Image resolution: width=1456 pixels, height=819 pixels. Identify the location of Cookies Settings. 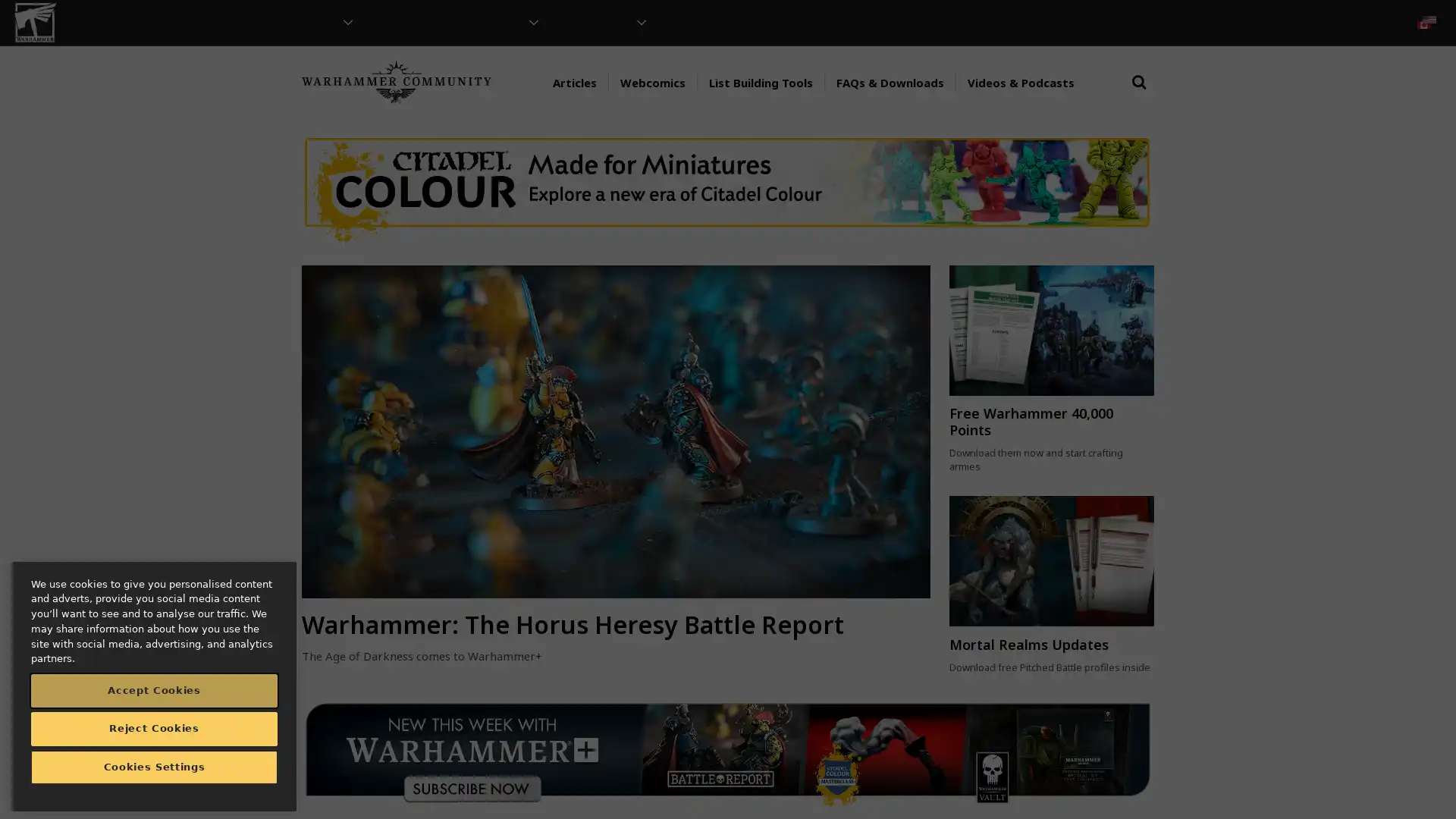
(154, 767).